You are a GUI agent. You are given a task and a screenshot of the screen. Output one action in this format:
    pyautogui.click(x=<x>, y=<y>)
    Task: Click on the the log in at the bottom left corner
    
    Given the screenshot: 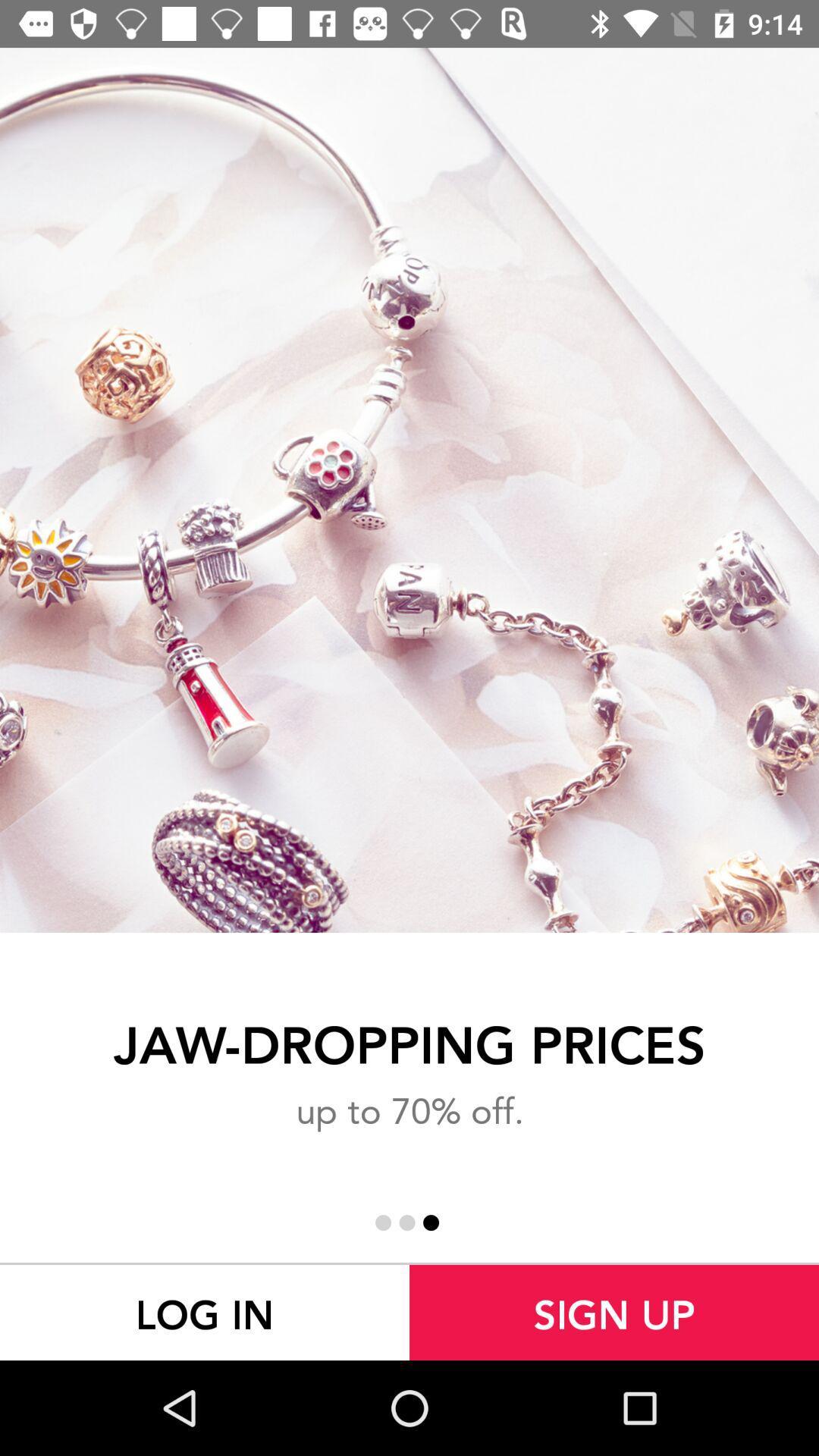 What is the action you would take?
    pyautogui.click(x=205, y=1312)
    